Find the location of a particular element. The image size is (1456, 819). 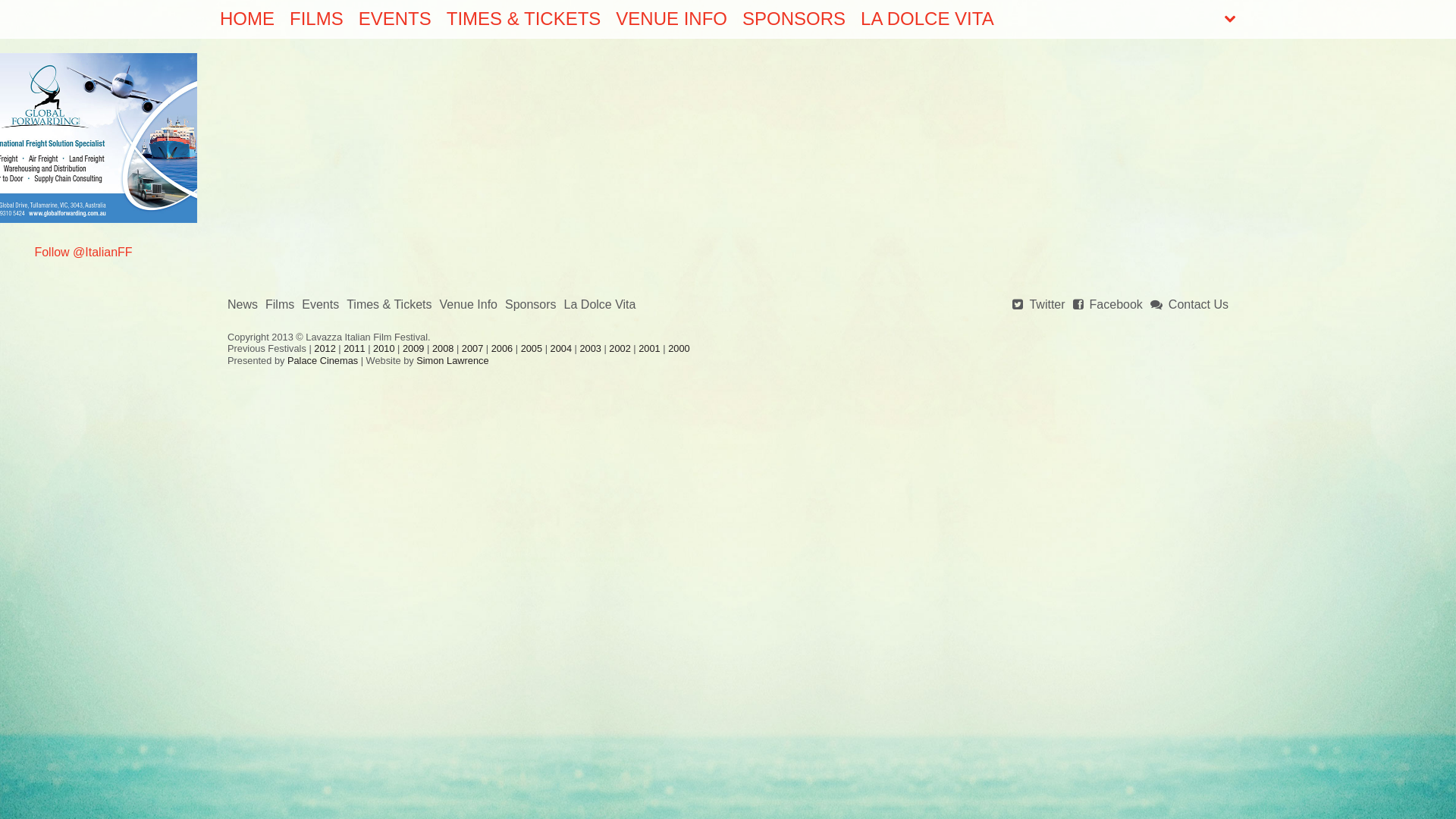

'FILMS' is located at coordinates (315, 18).